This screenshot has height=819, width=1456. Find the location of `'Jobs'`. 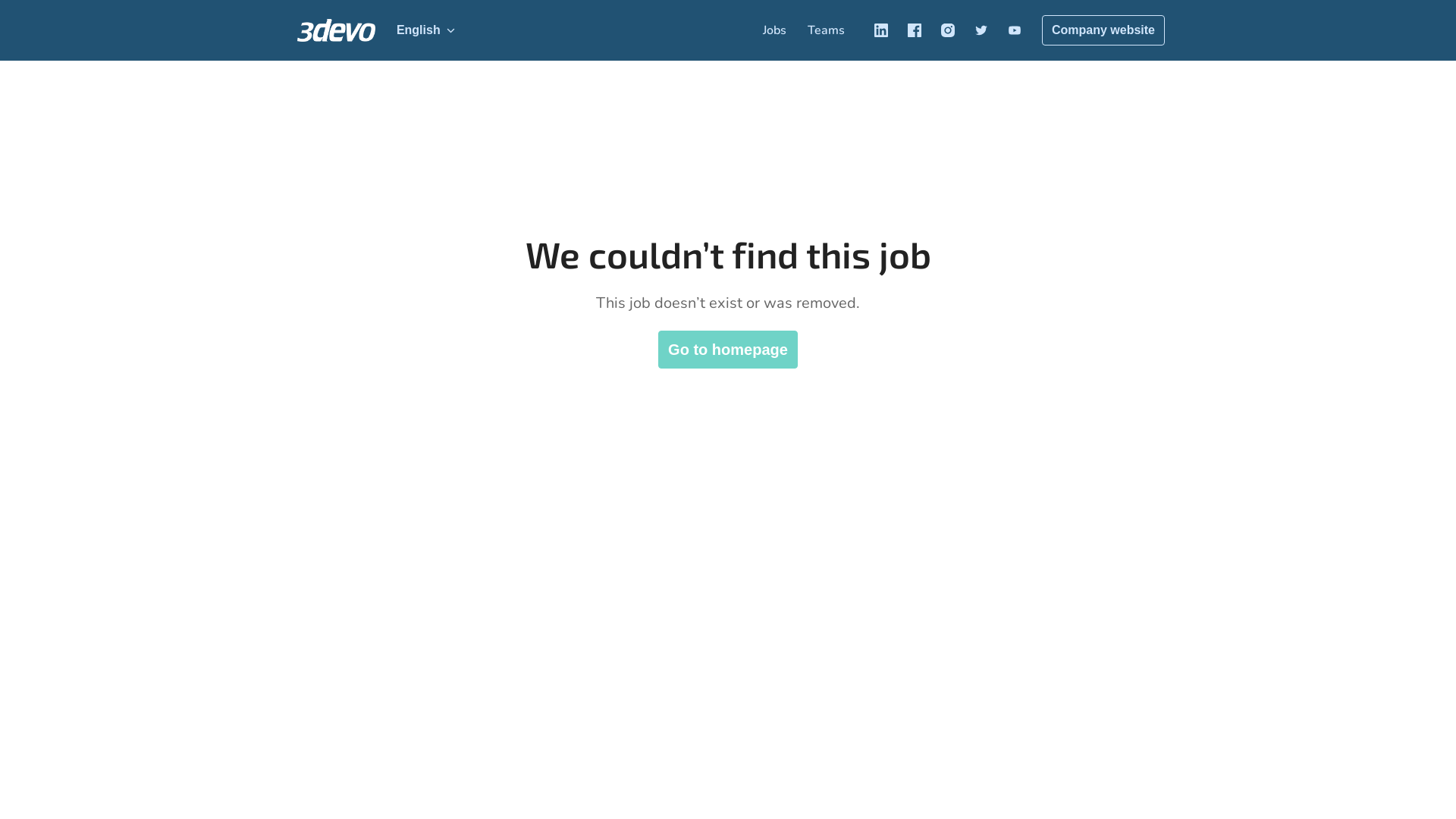

'Jobs' is located at coordinates (774, 30).